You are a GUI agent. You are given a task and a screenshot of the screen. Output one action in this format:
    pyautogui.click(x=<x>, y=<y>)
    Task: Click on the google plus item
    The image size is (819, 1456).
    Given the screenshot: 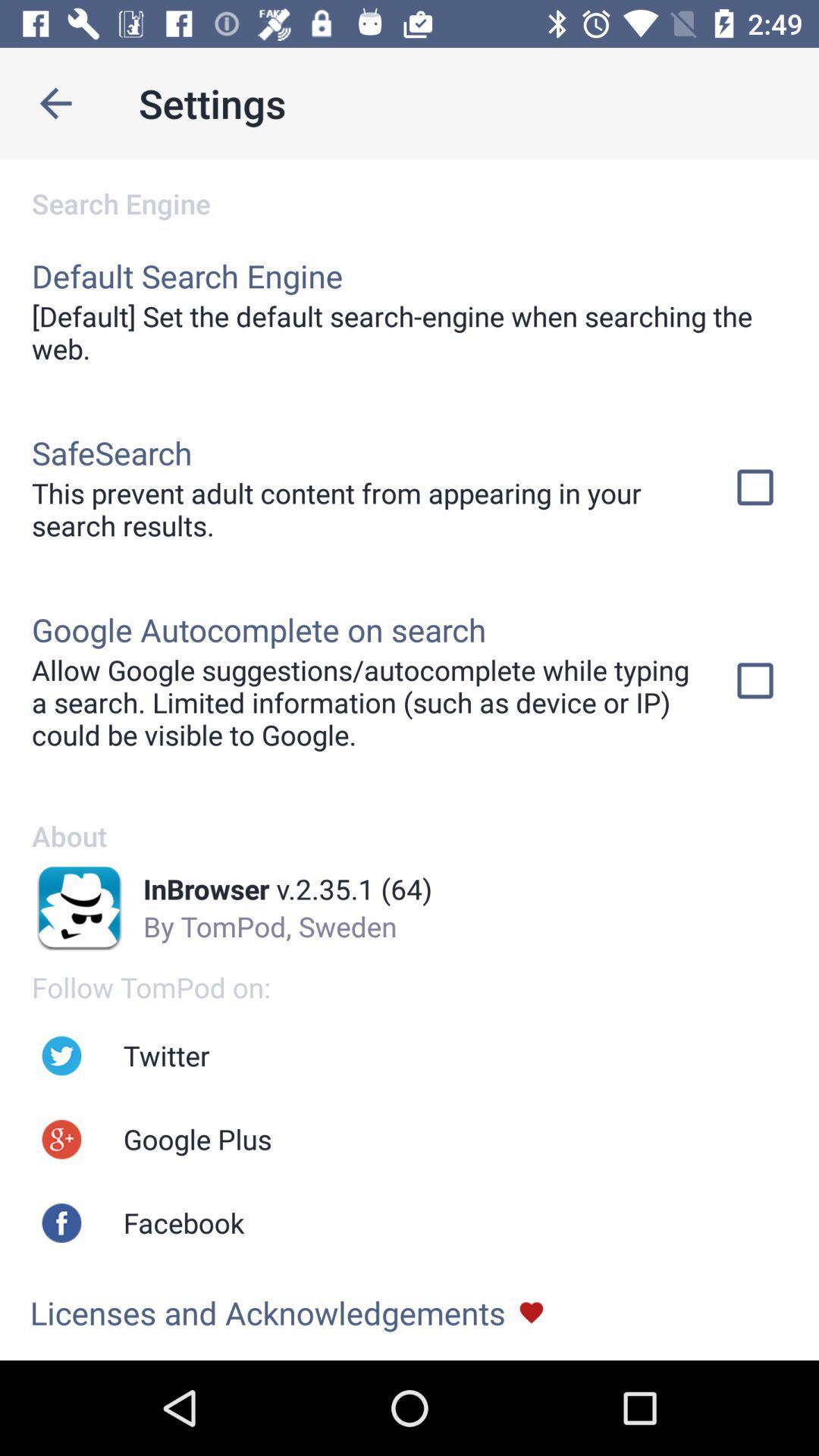 What is the action you would take?
    pyautogui.click(x=196, y=1139)
    